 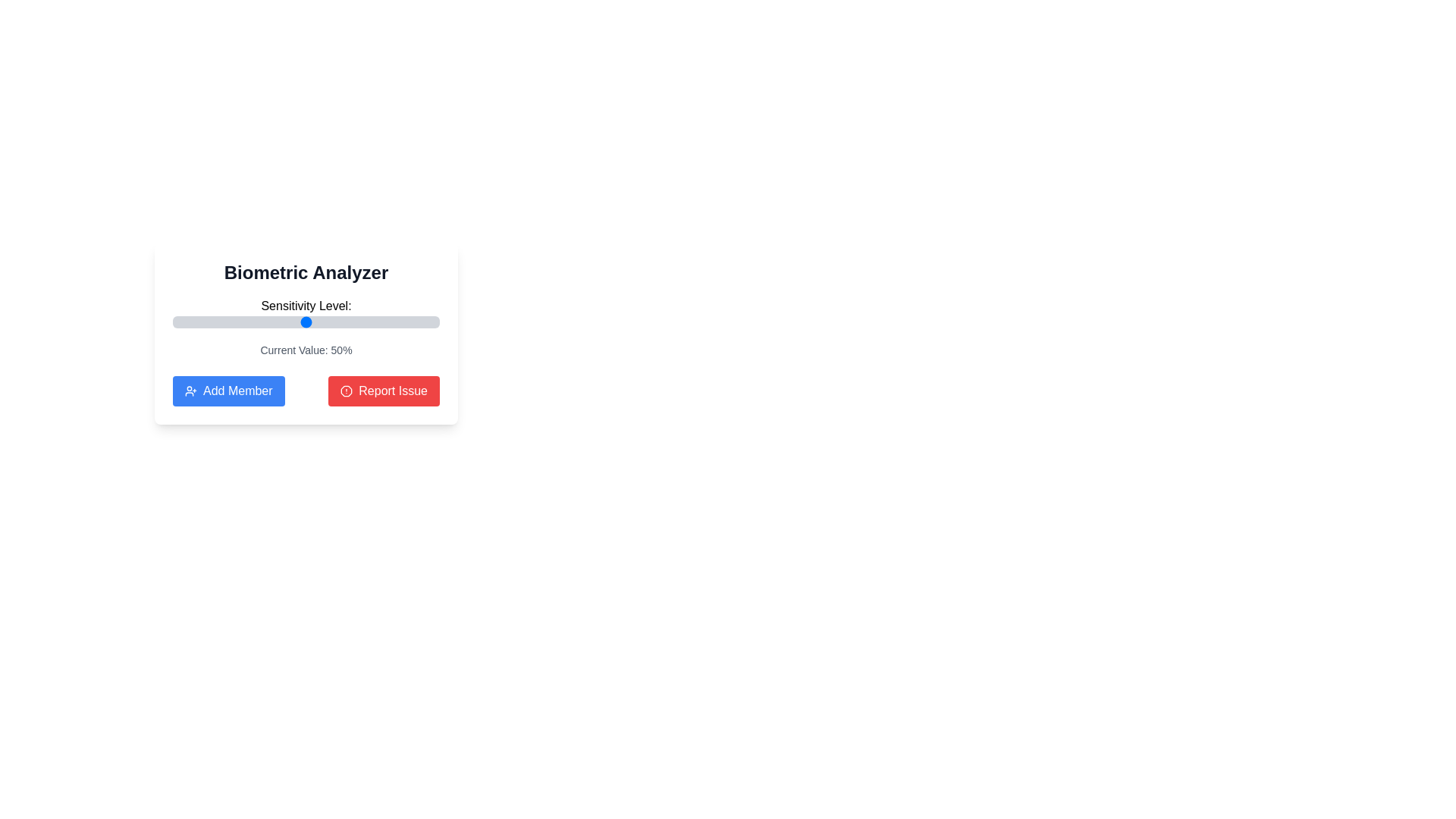 I want to click on the text label reading 'Biometric Analyzer' which is prominently displayed in bold at the top of the card layout, so click(x=305, y=271).